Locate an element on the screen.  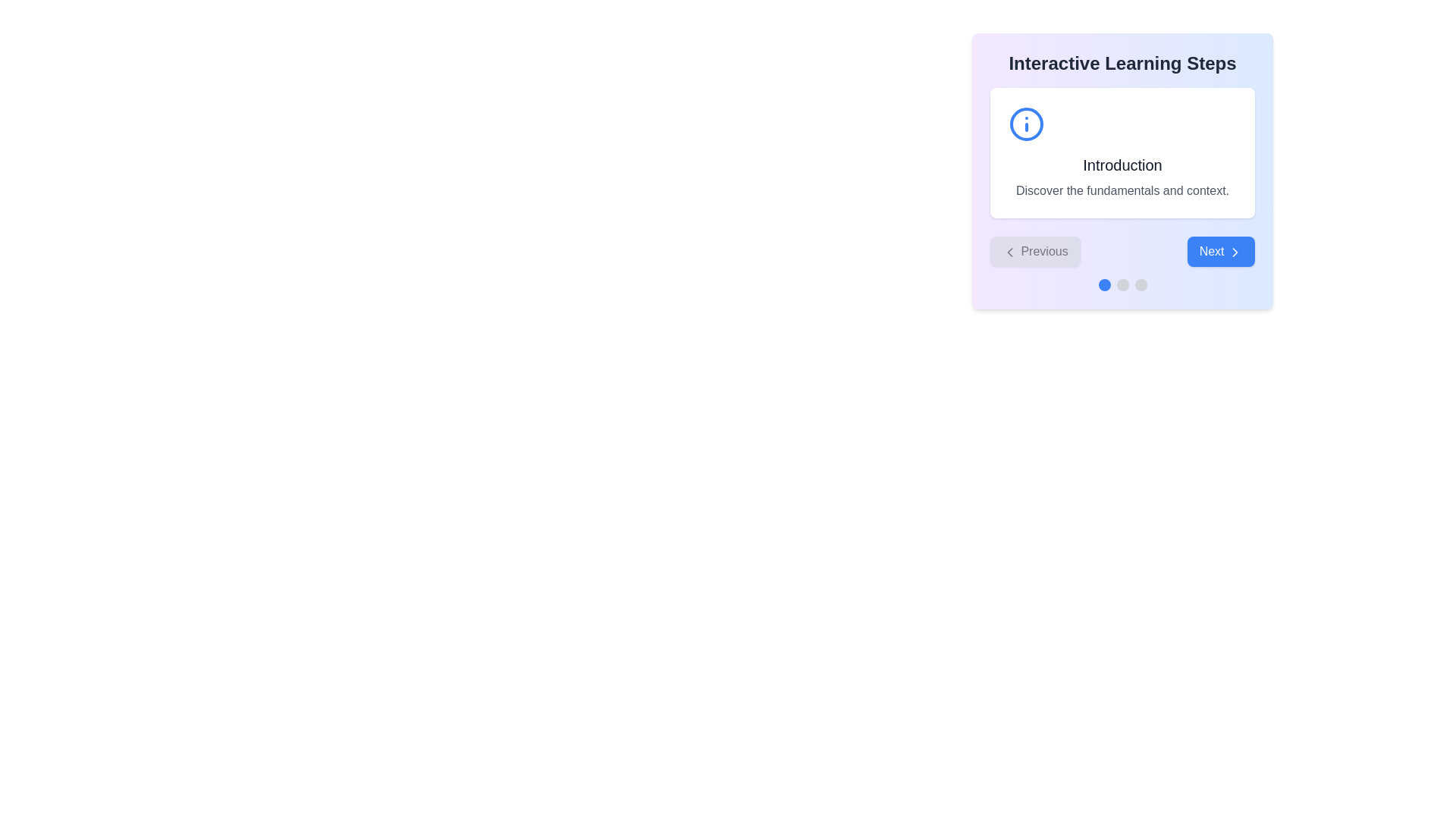
the forward navigation icon located to the right of the 'Next' button in the 'Interactive Learning Steps' card interface is located at coordinates (1235, 250).